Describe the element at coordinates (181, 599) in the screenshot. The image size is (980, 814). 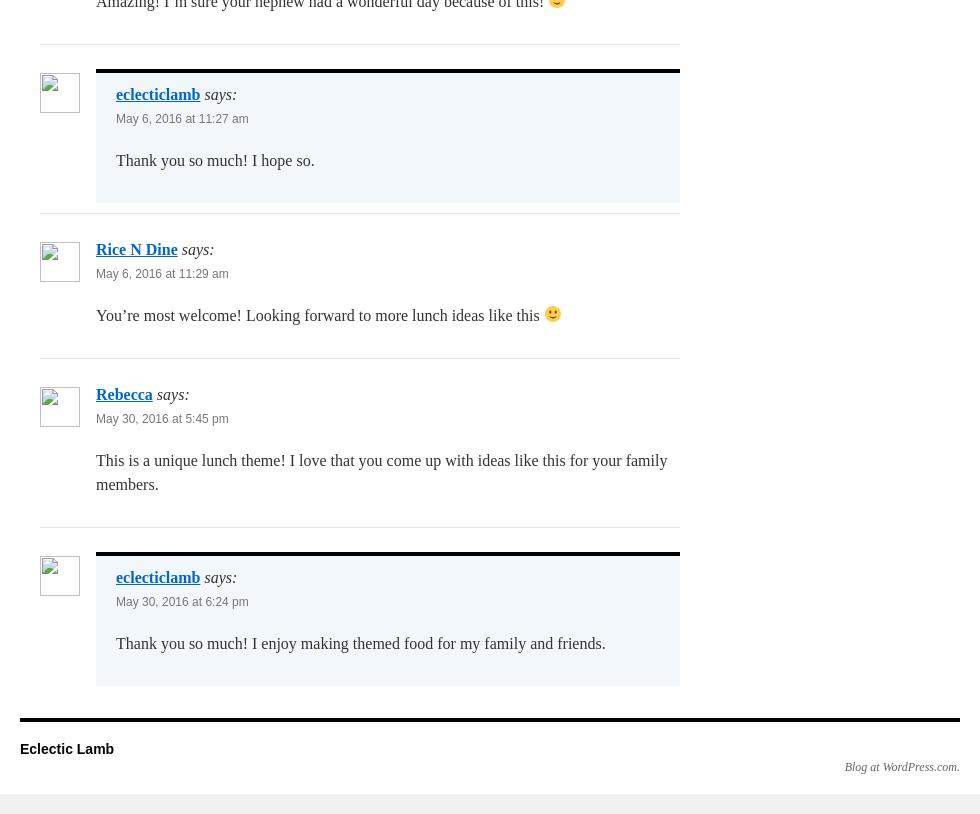
I see `'May 30, 2016 at 6:24 pm'` at that location.